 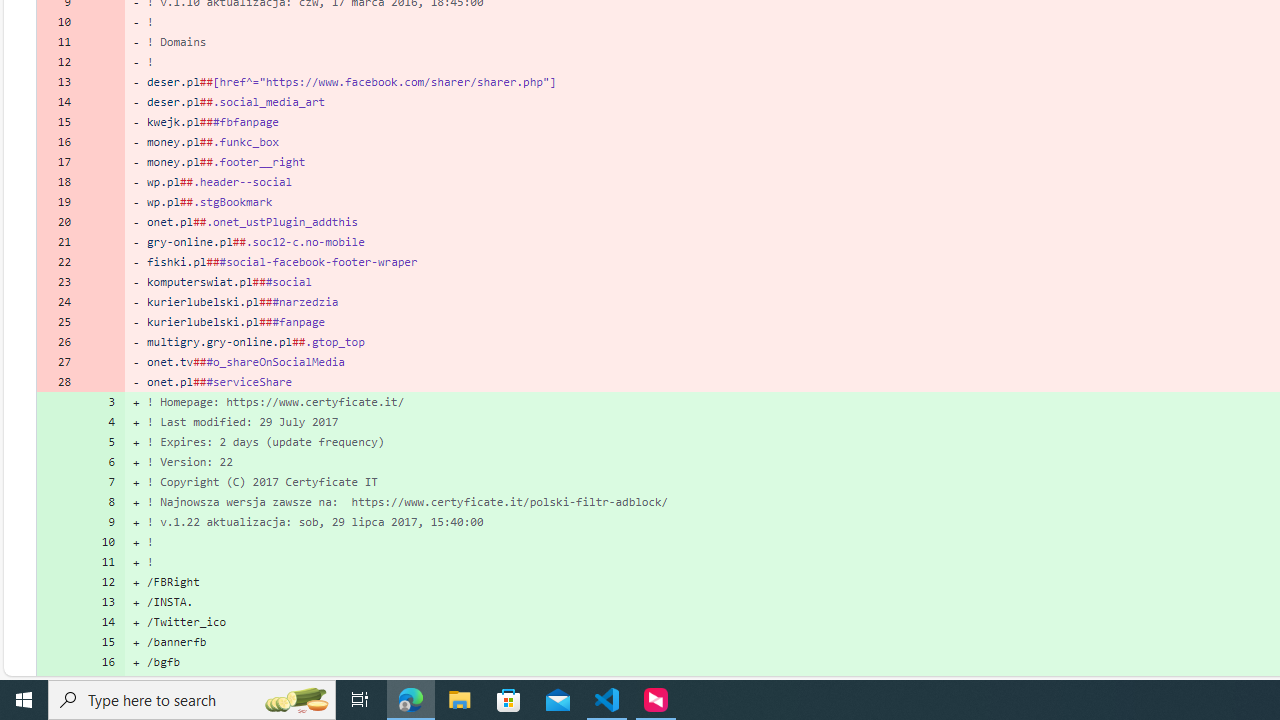 I want to click on '27', so click(x=58, y=362).